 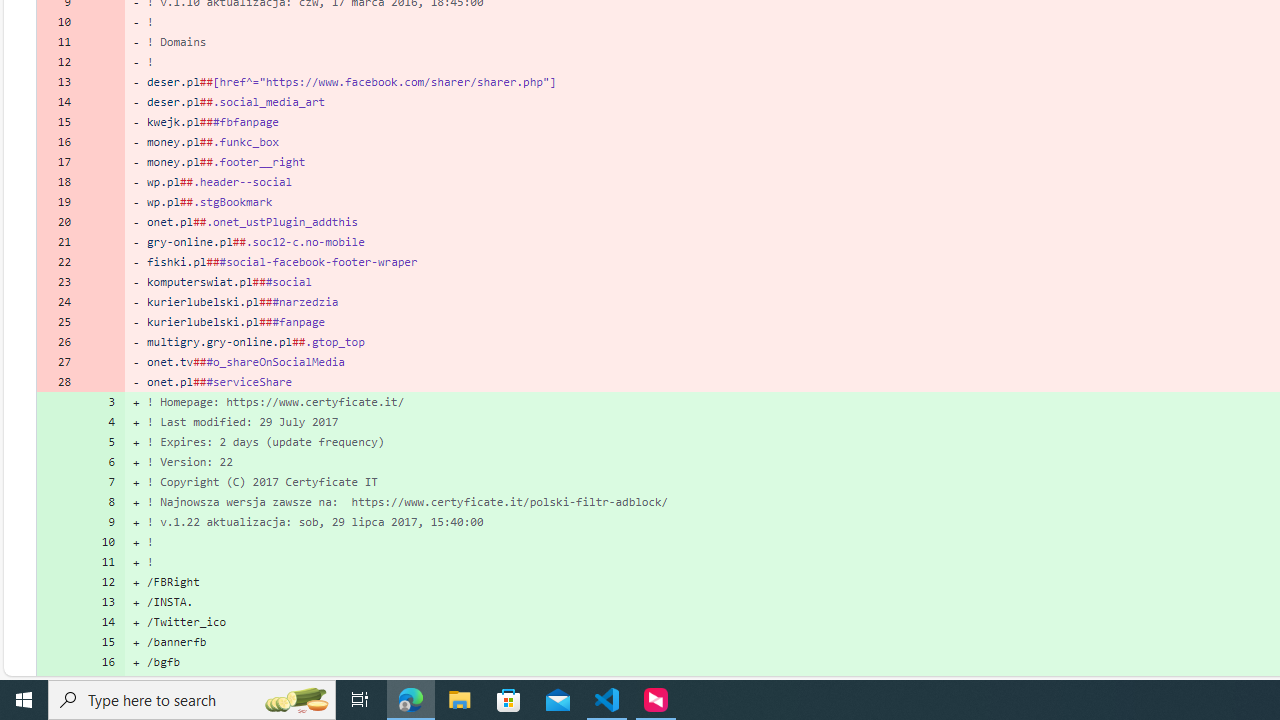 I want to click on '27', so click(x=58, y=362).